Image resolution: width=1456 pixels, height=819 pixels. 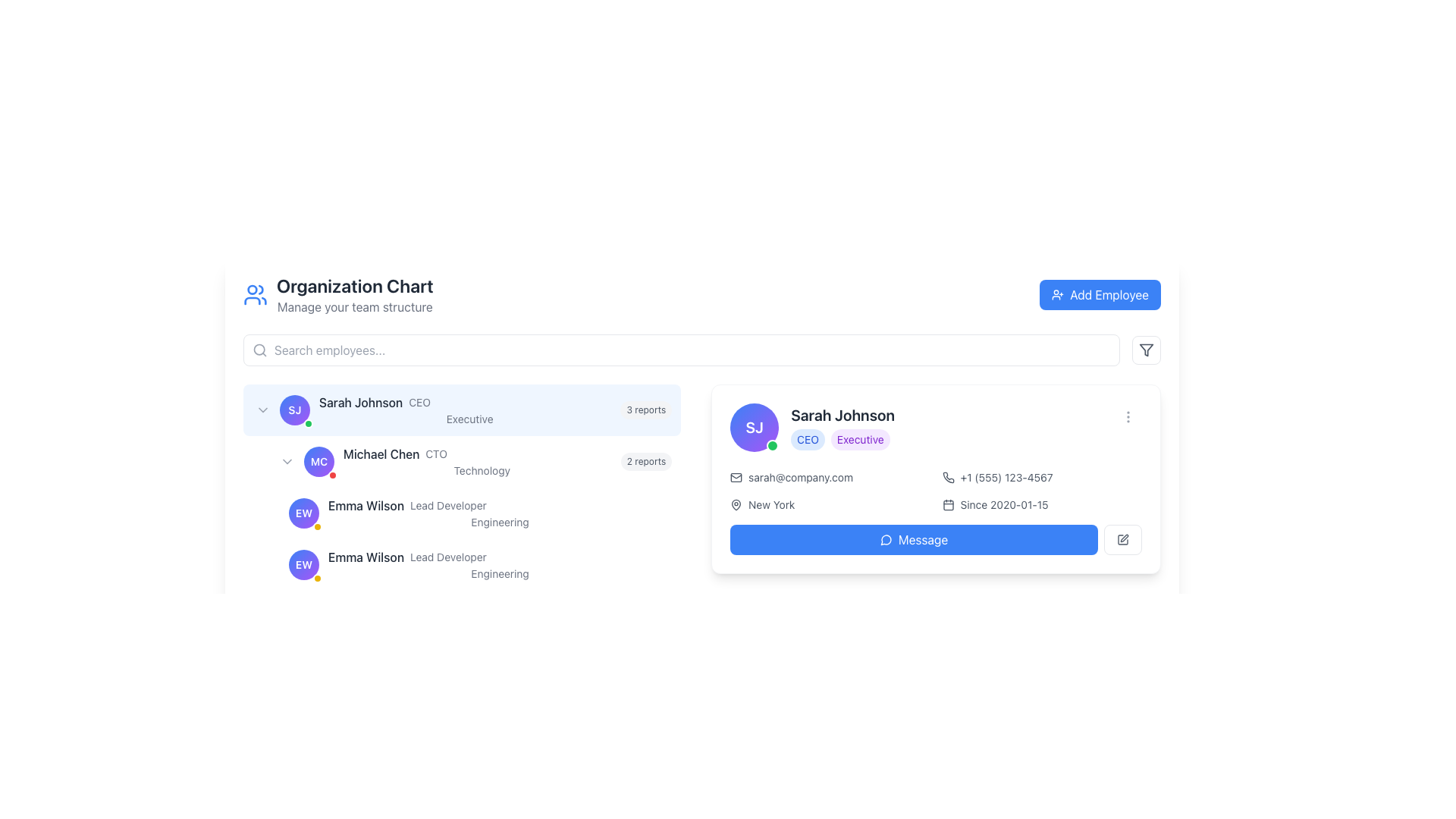 What do you see at coordinates (886, 539) in the screenshot?
I see `the 'Message' button which contains the decorative graphical icon for sending messages, located in the bottom section of the user profile card` at bounding box center [886, 539].